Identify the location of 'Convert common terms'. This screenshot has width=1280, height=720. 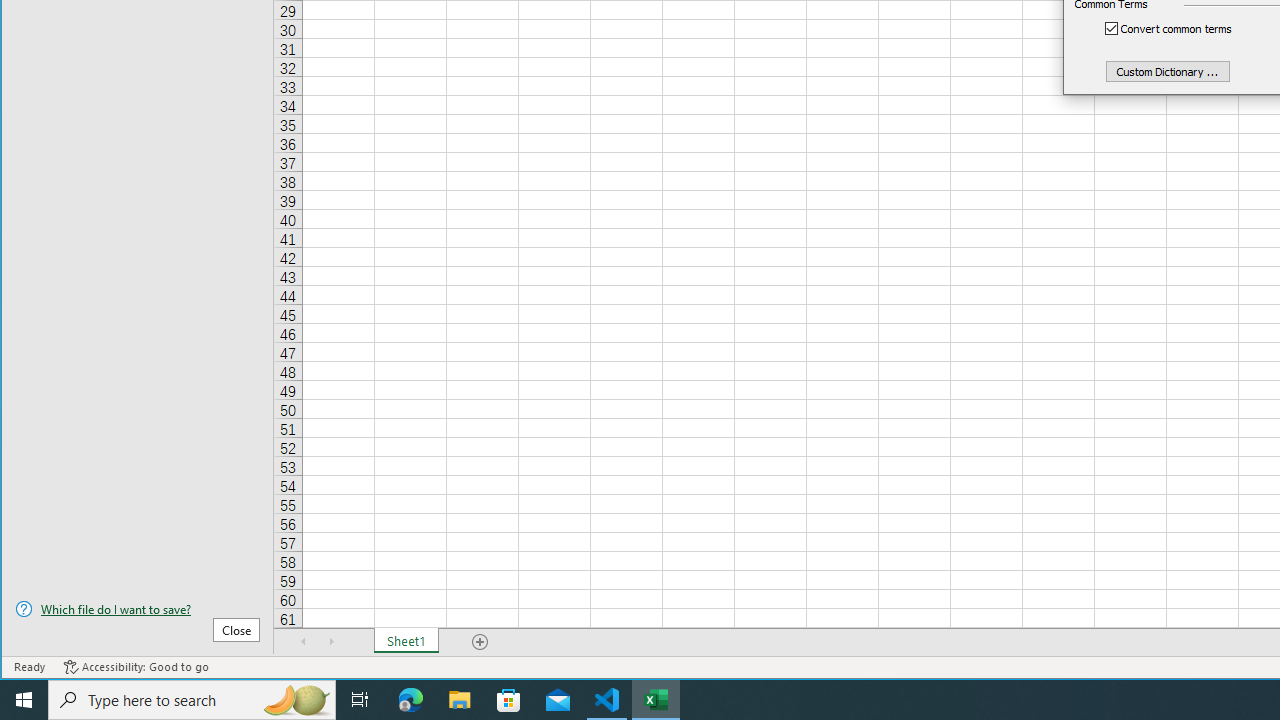
(1179, 28).